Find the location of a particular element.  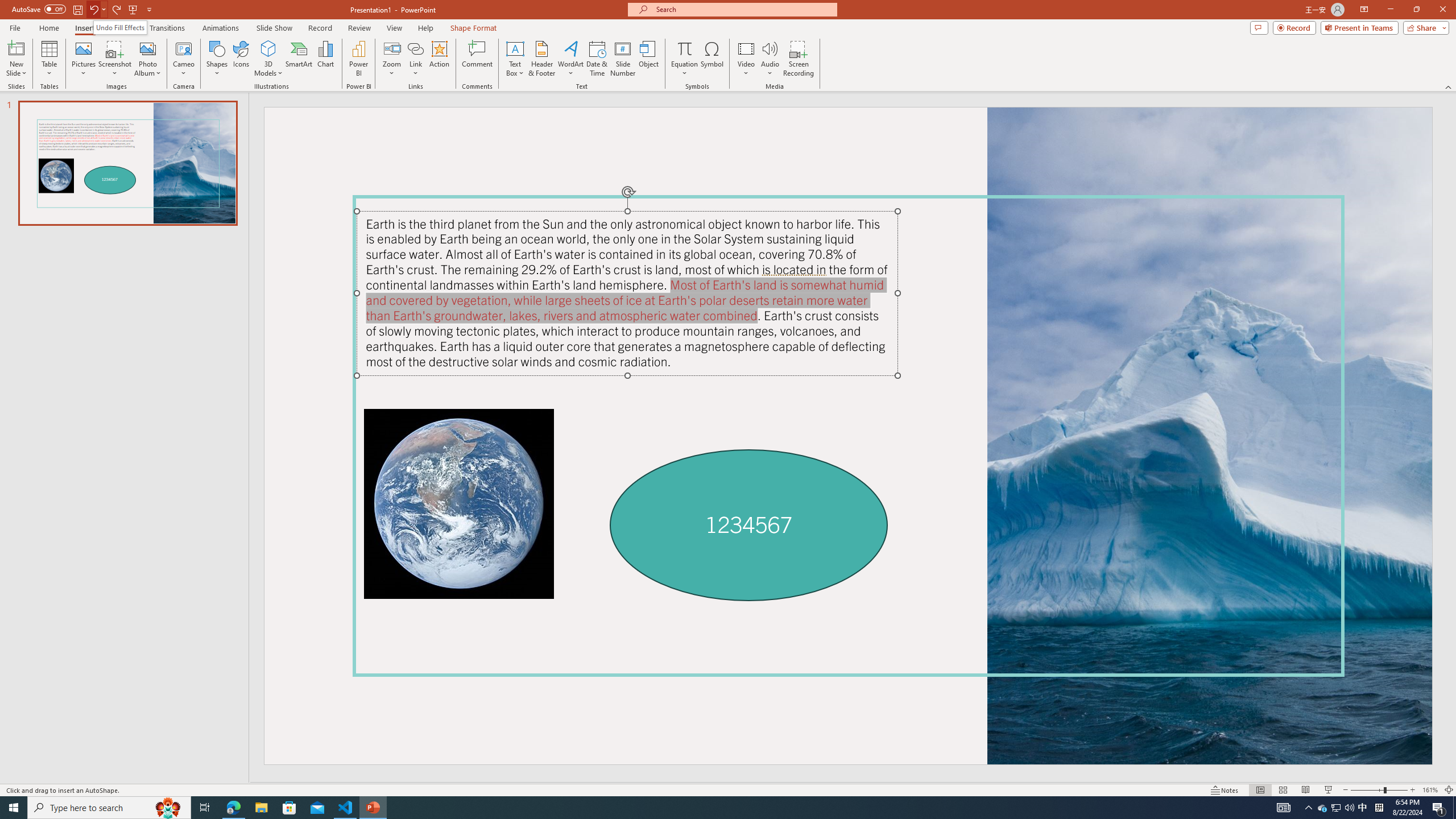

'Power BI' is located at coordinates (359, 59).